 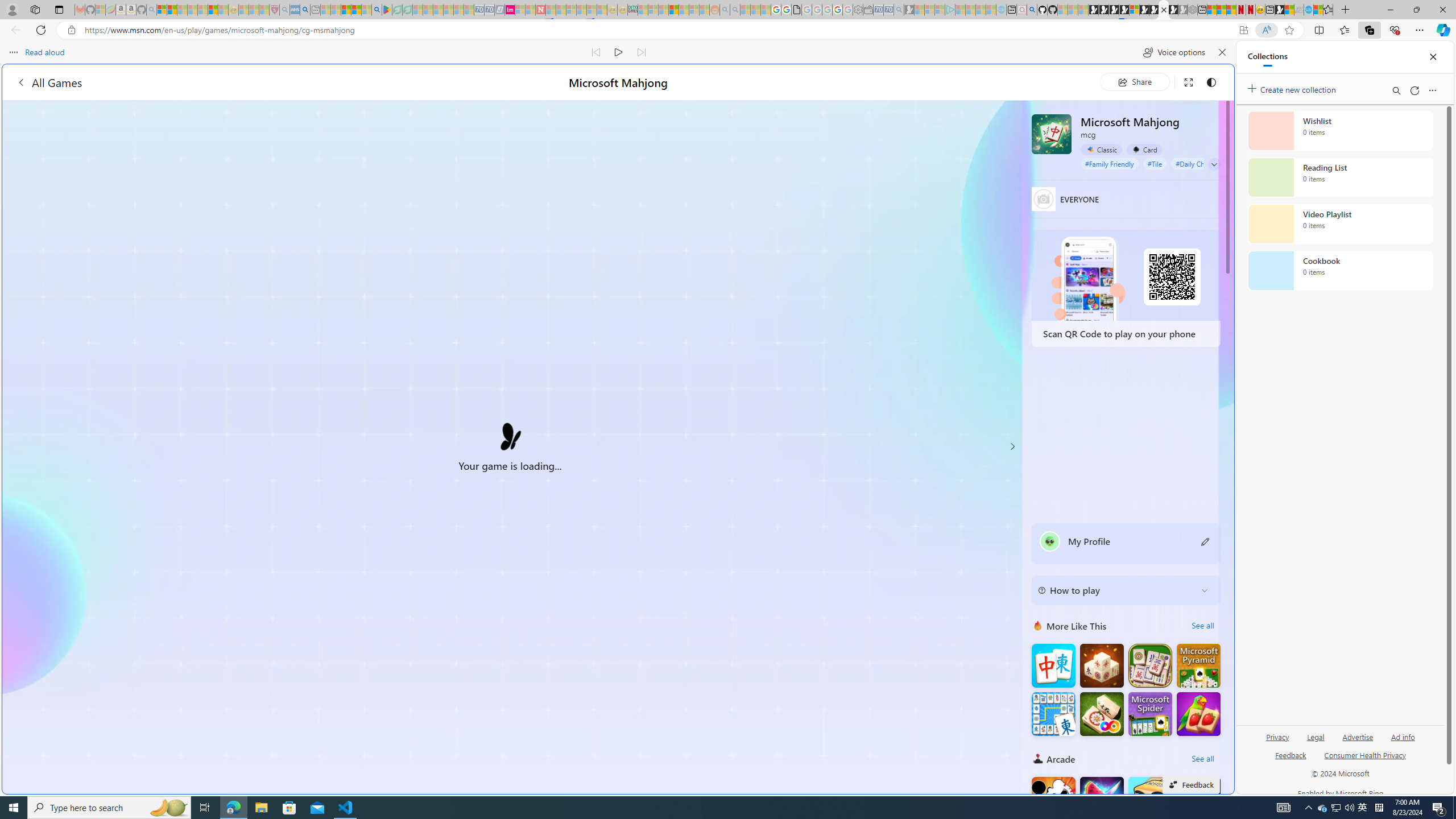 What do you see at coordinates (1365, 759) in the screenshot?
I see `'Consumer Health Privacy'` at bounding box center [1365, 759].